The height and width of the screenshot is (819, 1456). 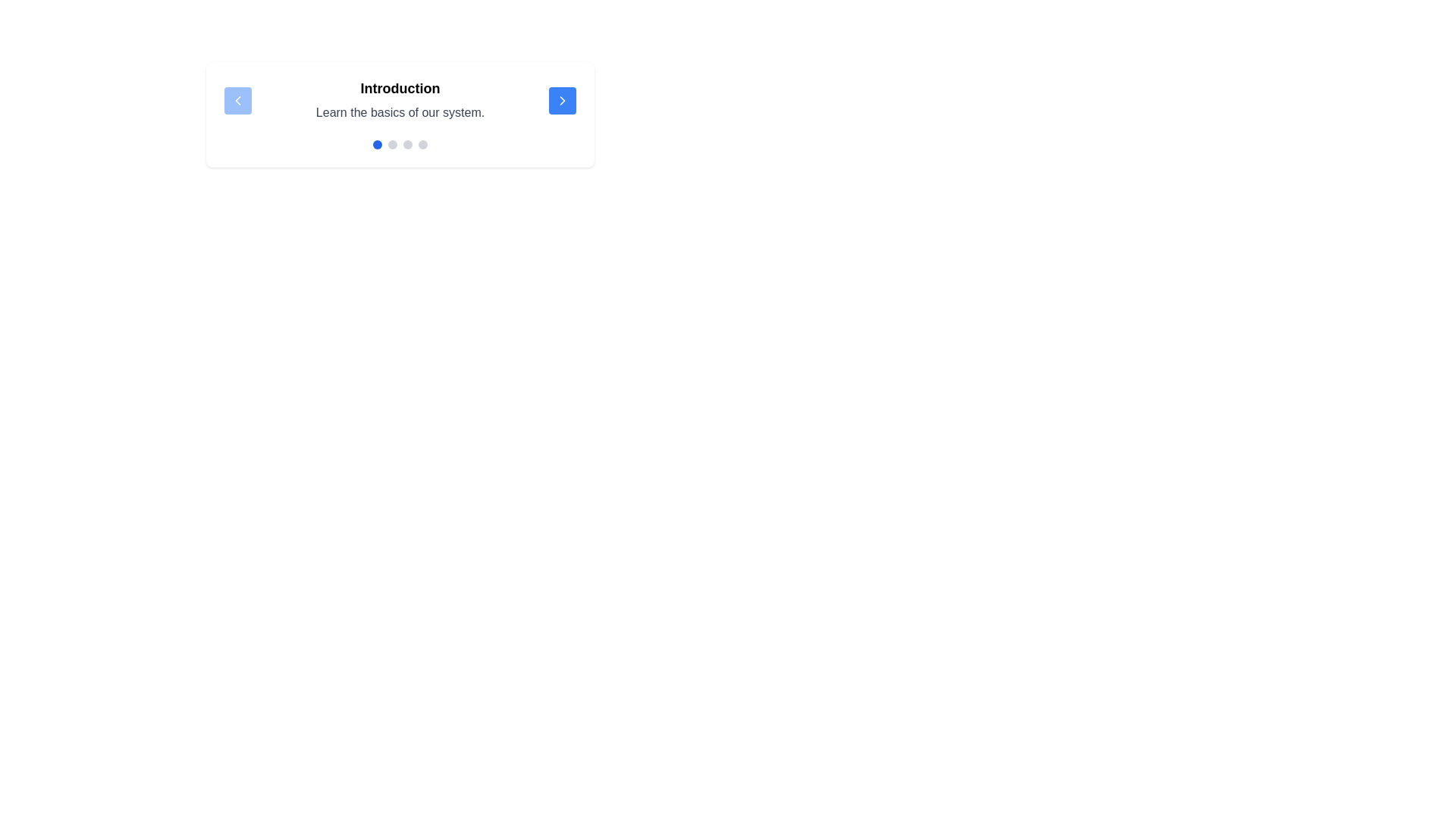 What do you see at coordinates (378, 144) in the screenshot?
I see `the first circular indicator dot located underneath the text 'Learn the basics of our system'` at bounding box center [378, 144].